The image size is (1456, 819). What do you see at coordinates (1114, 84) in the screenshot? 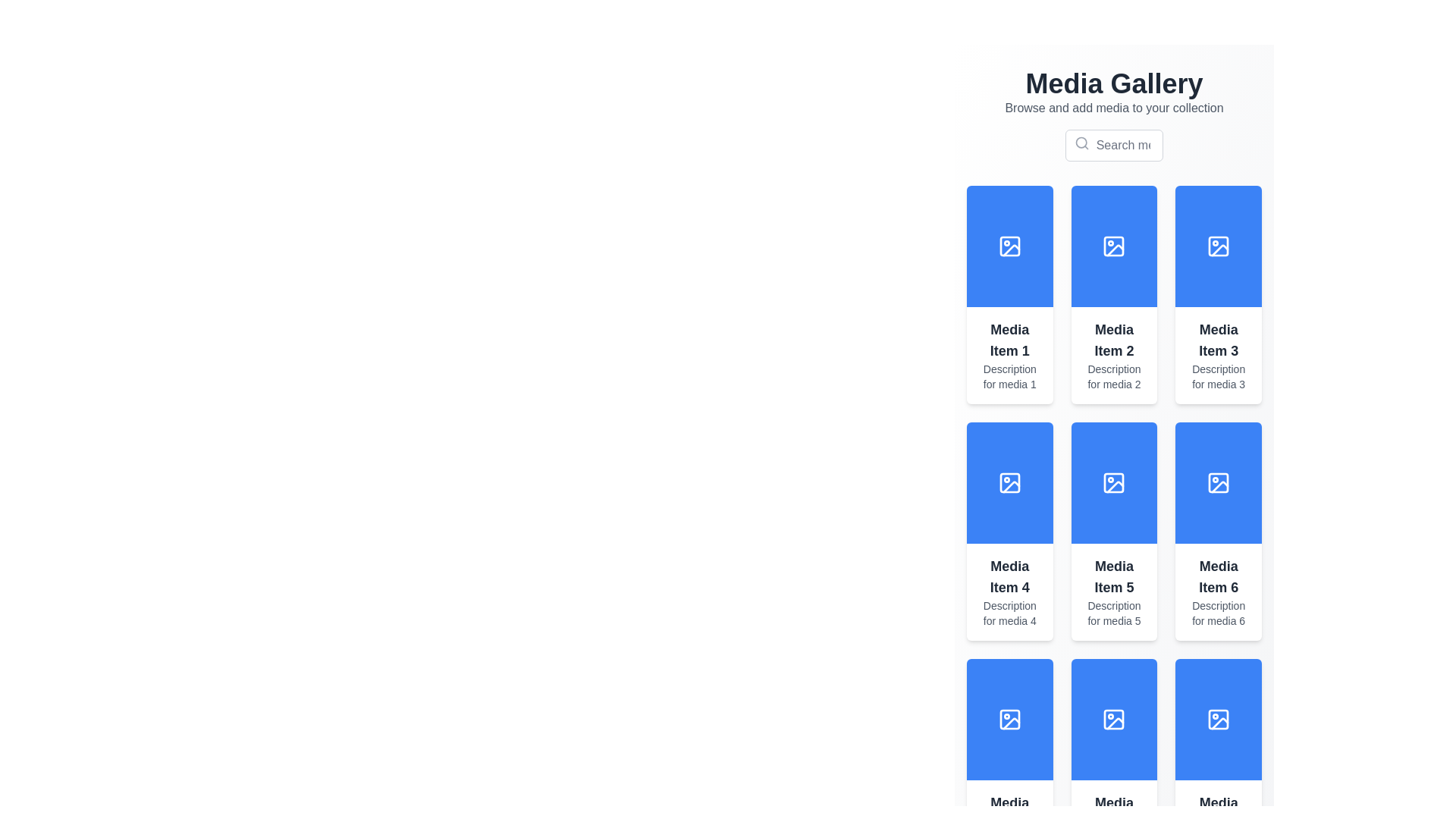
I see `title label of the section, which is positioned above the text 'Browse and add media to your collection'` at bounding box center [1114, 84].